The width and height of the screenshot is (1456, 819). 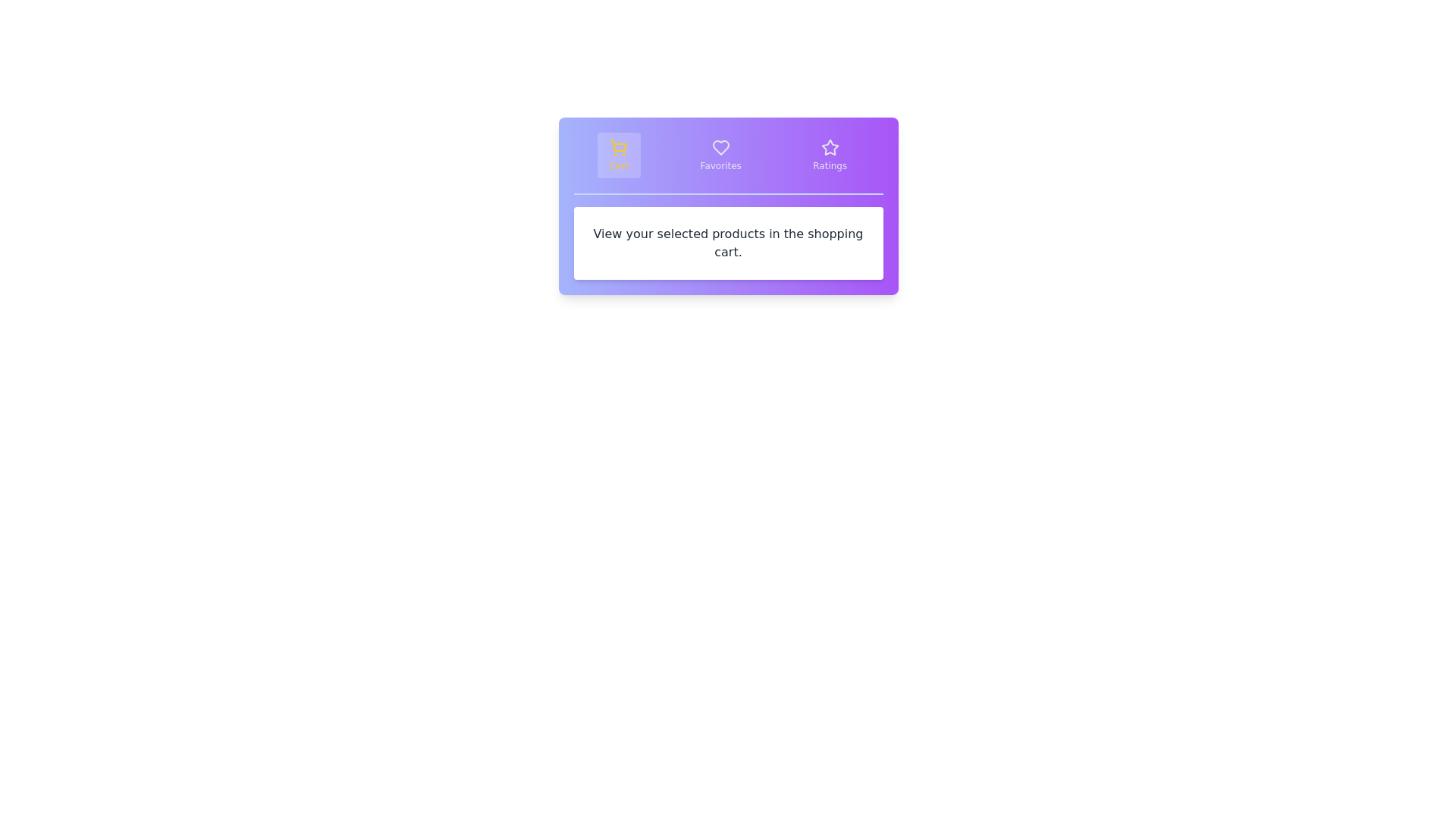 What do you see at coordinates (829, 166) in the screenshot?
I see `textual label indicating the purpose of the associated icon for viewing or managing ratings, located in the third section of the horizontal navigation bar below the star icon` at bounding box center [829, 166].